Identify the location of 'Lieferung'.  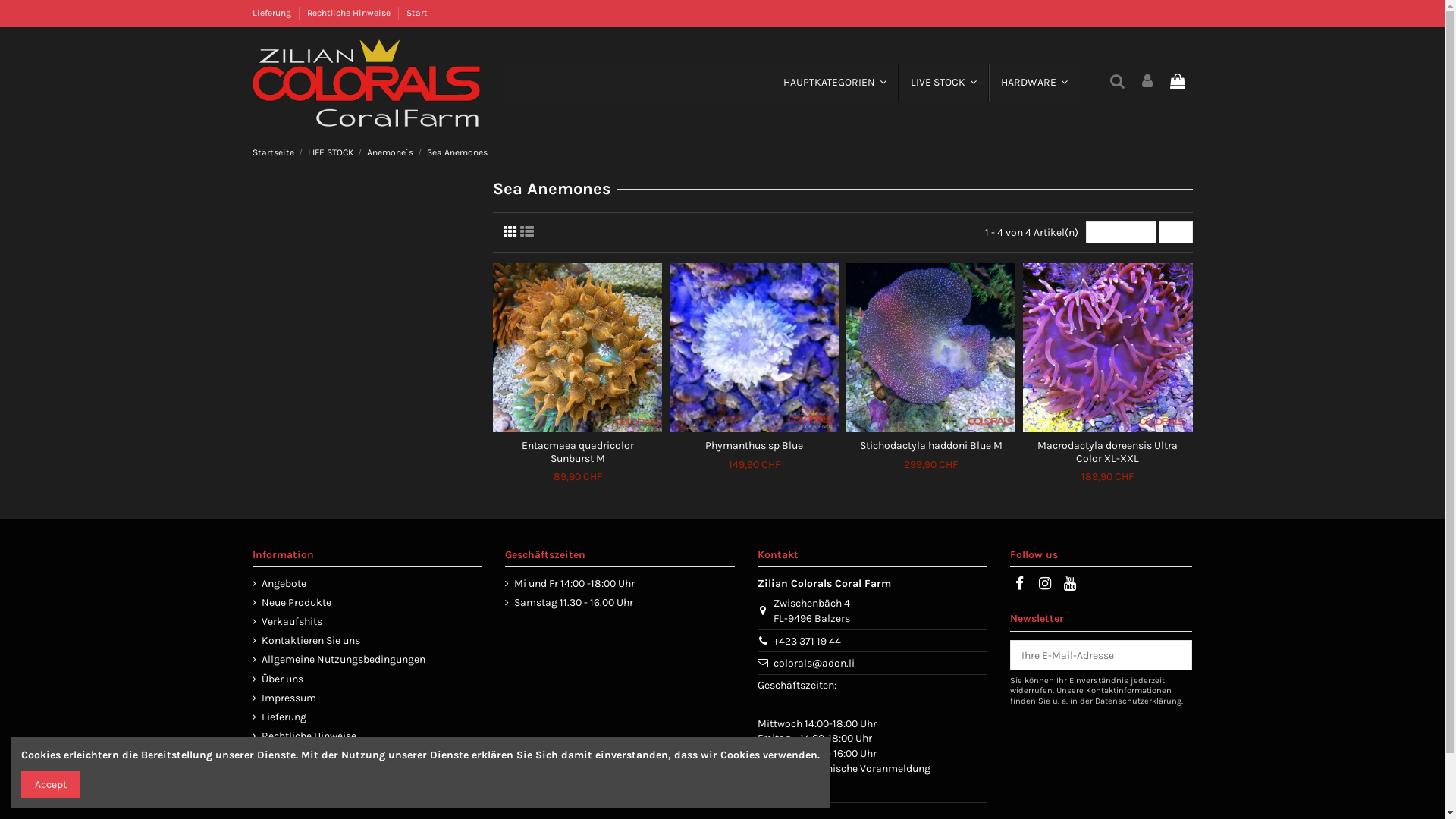
(278, 717).